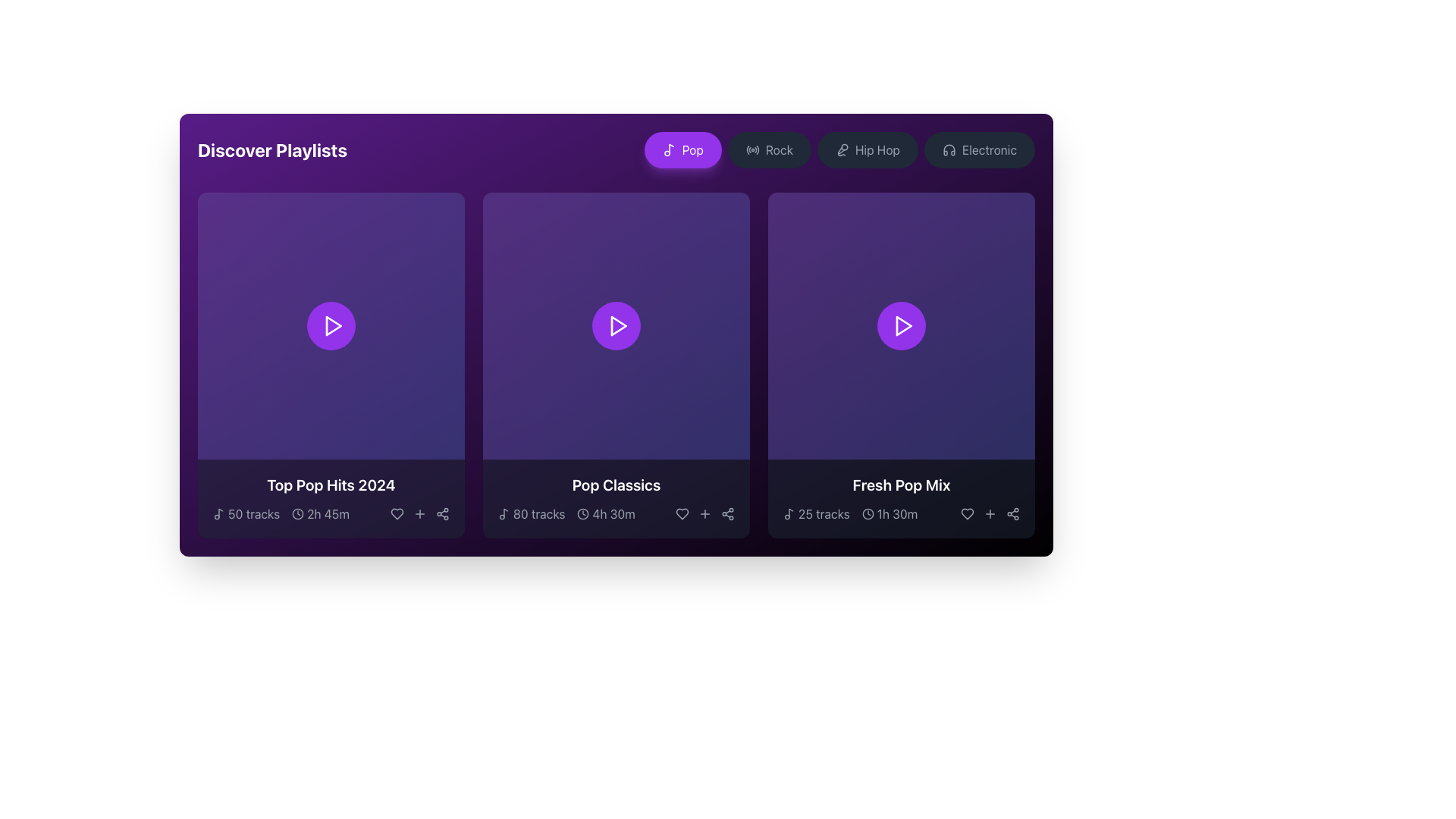 This screenshot has width=1456, height=819. I want to click on the 'Electronic' button, which is a rounded rectangle with a dark gray background and light gray text, located as the rightmost button in a group of buttons near the top of the page, so click(979, 149).